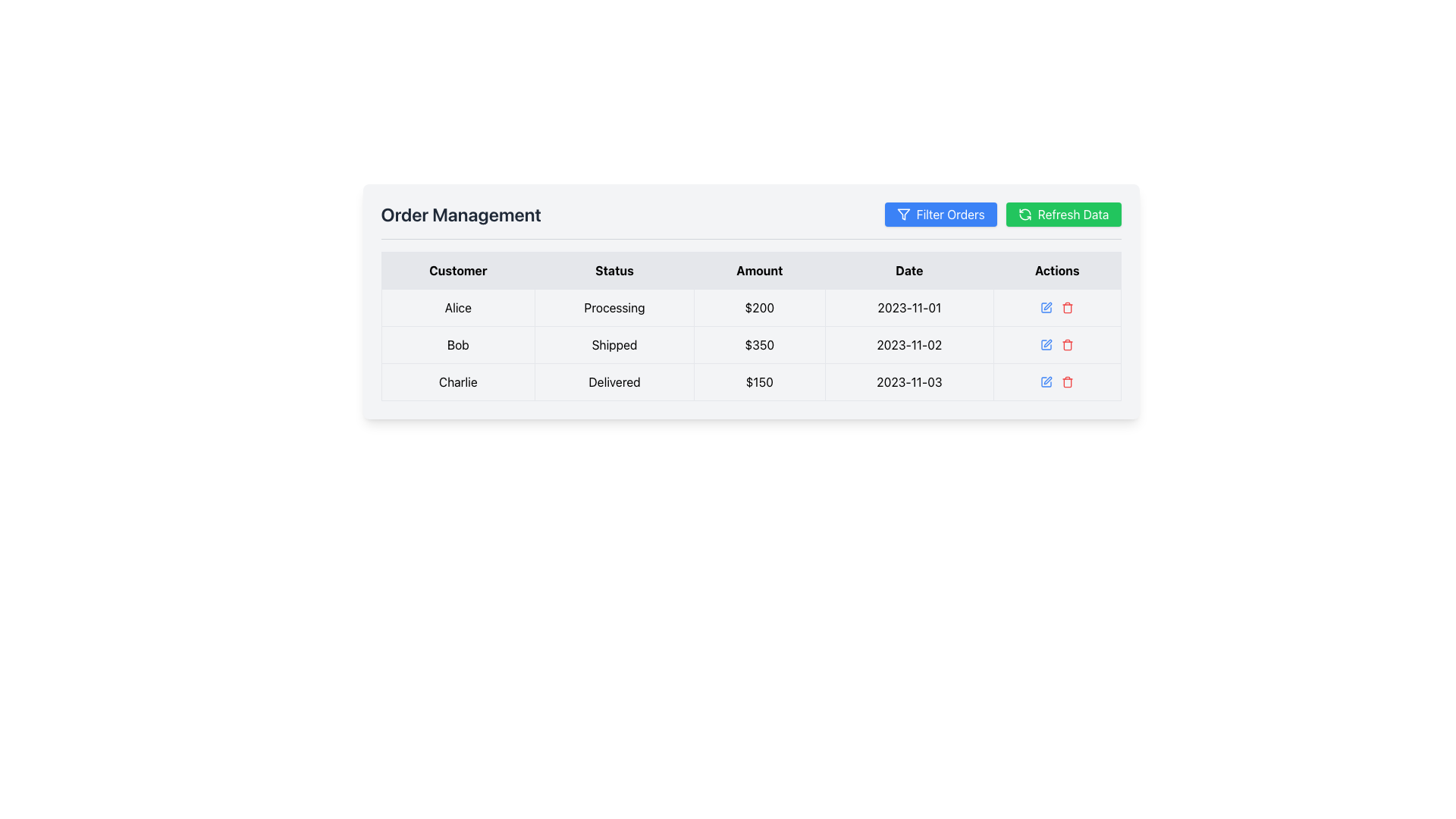  What do you see at coordinates (1056, 270) in the screenshot?
I see `the 'Actions' column header cell in the data table, positioned at the rightmost side after 'Customer', 'Status', 'Amount', and 'Date'` at bounding box center [1056, 270].